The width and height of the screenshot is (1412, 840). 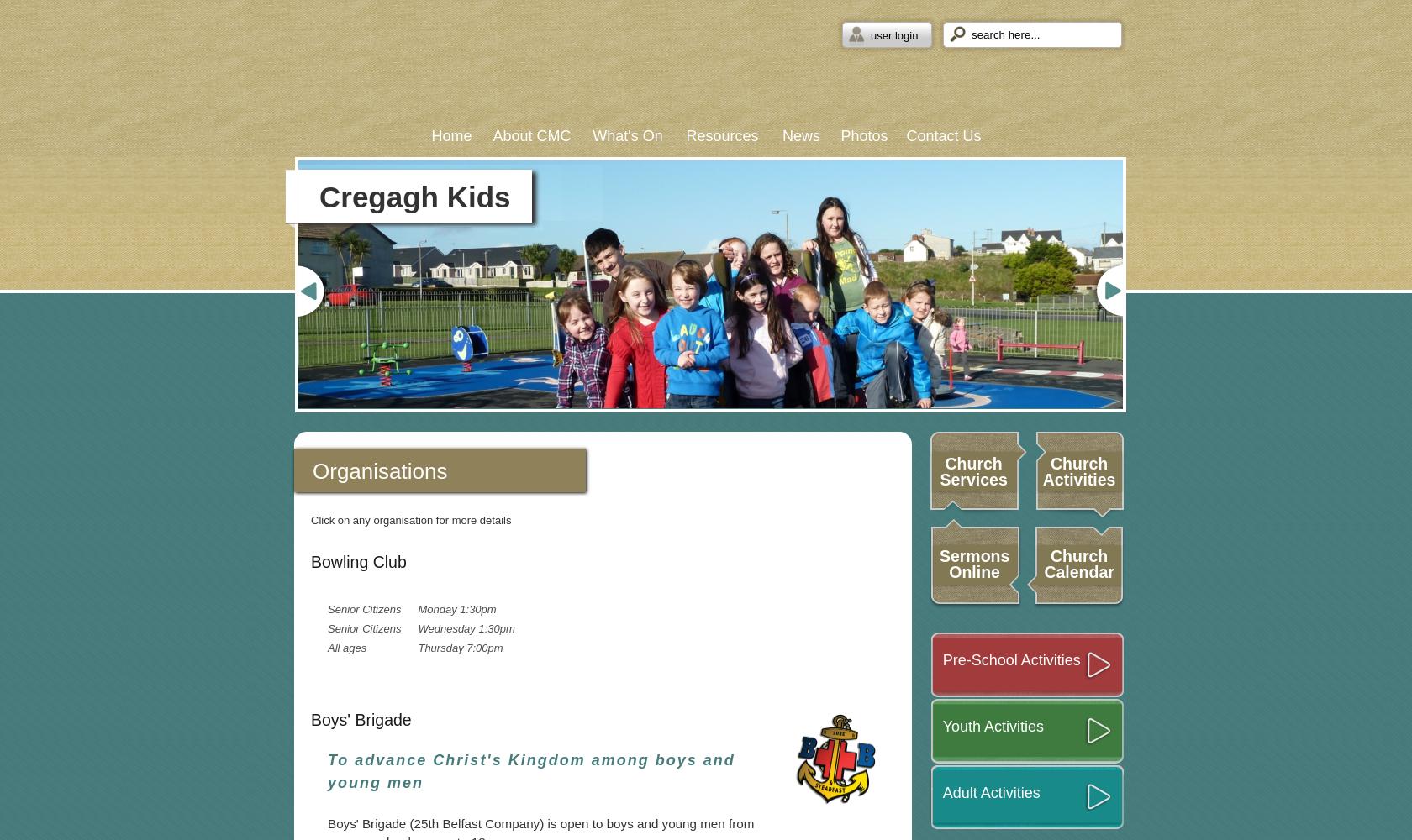 What do you see at coordinates (993, 726) in the screenshot?
I see `'Youth Activities'` at bounding box center [993, 726].